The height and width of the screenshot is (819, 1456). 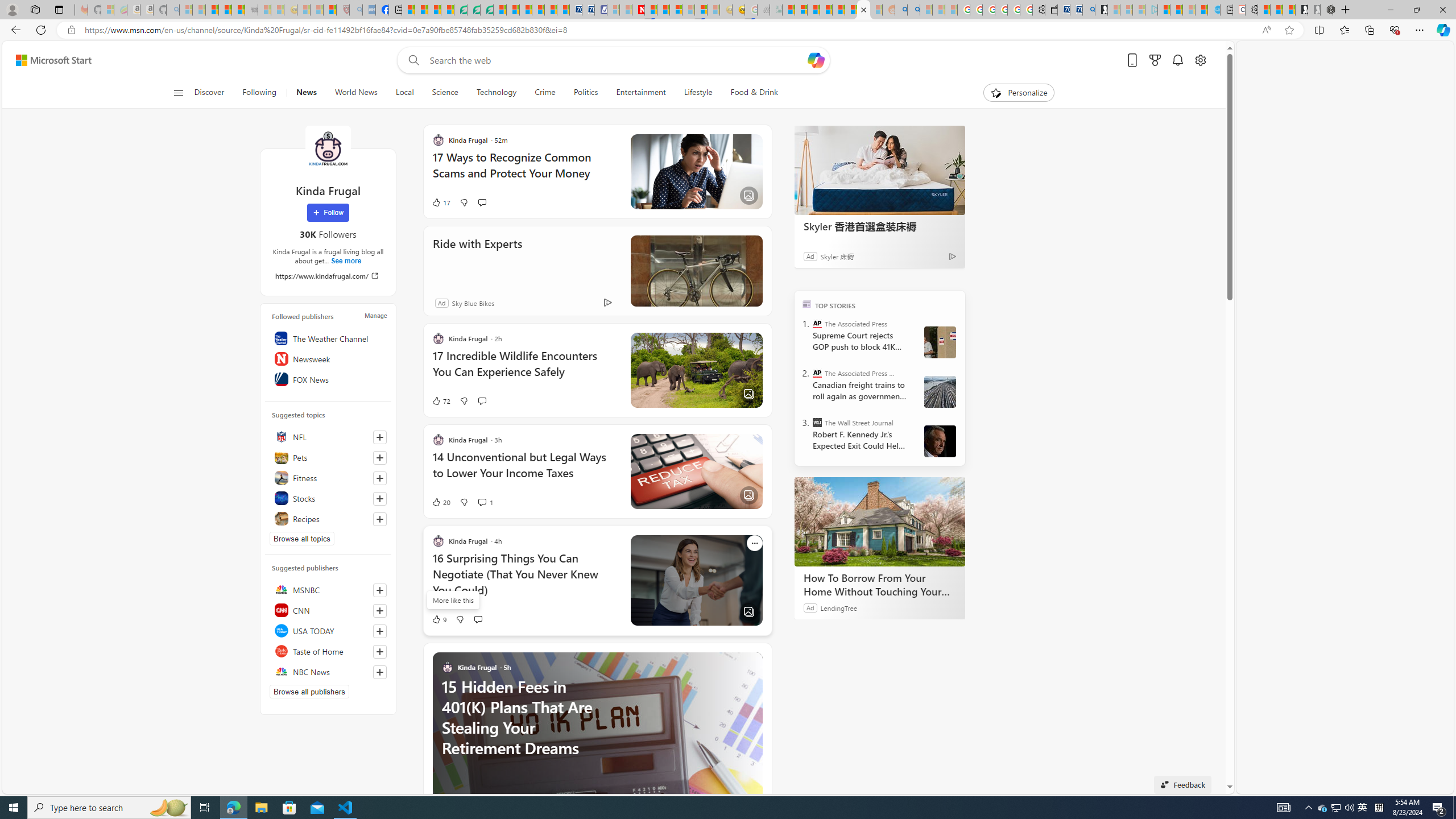 I want to click on 'Dislike', so click(x=459, y=619).